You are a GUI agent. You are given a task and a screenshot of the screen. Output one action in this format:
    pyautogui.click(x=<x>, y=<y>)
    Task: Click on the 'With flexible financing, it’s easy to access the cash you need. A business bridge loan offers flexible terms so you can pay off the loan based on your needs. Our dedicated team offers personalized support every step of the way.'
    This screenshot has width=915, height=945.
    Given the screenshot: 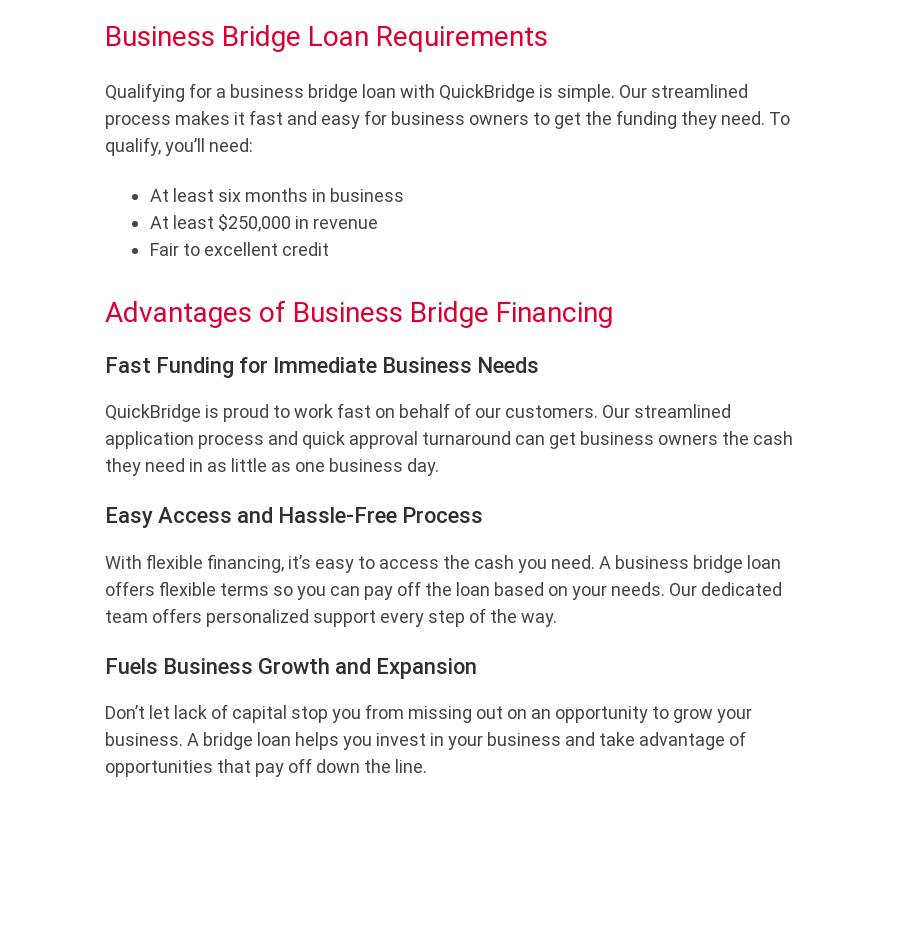 What is the action you would take?
    pyautogui.click(x=443, y=588)
    